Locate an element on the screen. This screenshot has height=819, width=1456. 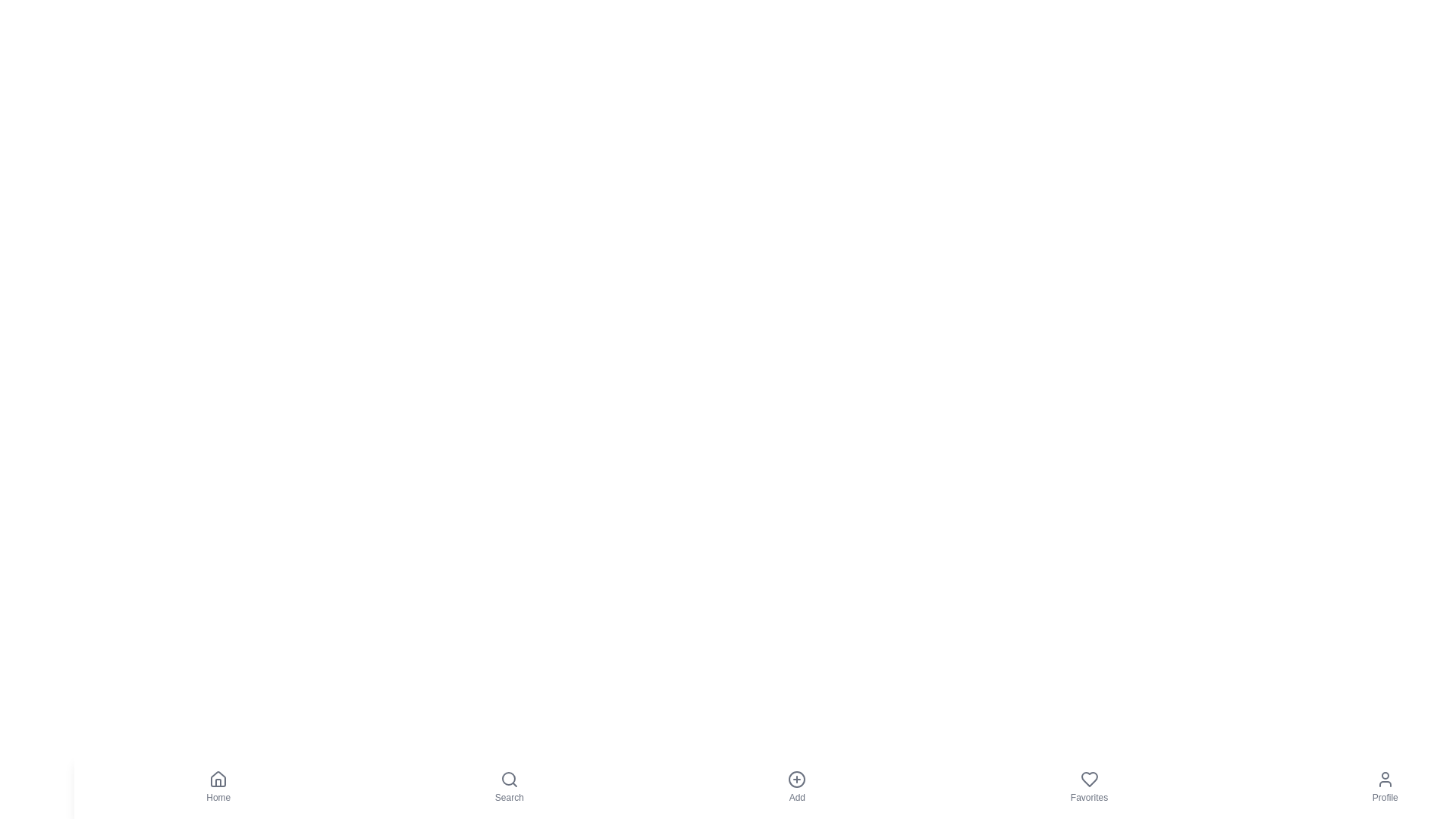
the heart-shaped icon located in the 'Favorites' tab of the bottom navigation bar is located at coordinates (1088, 780).